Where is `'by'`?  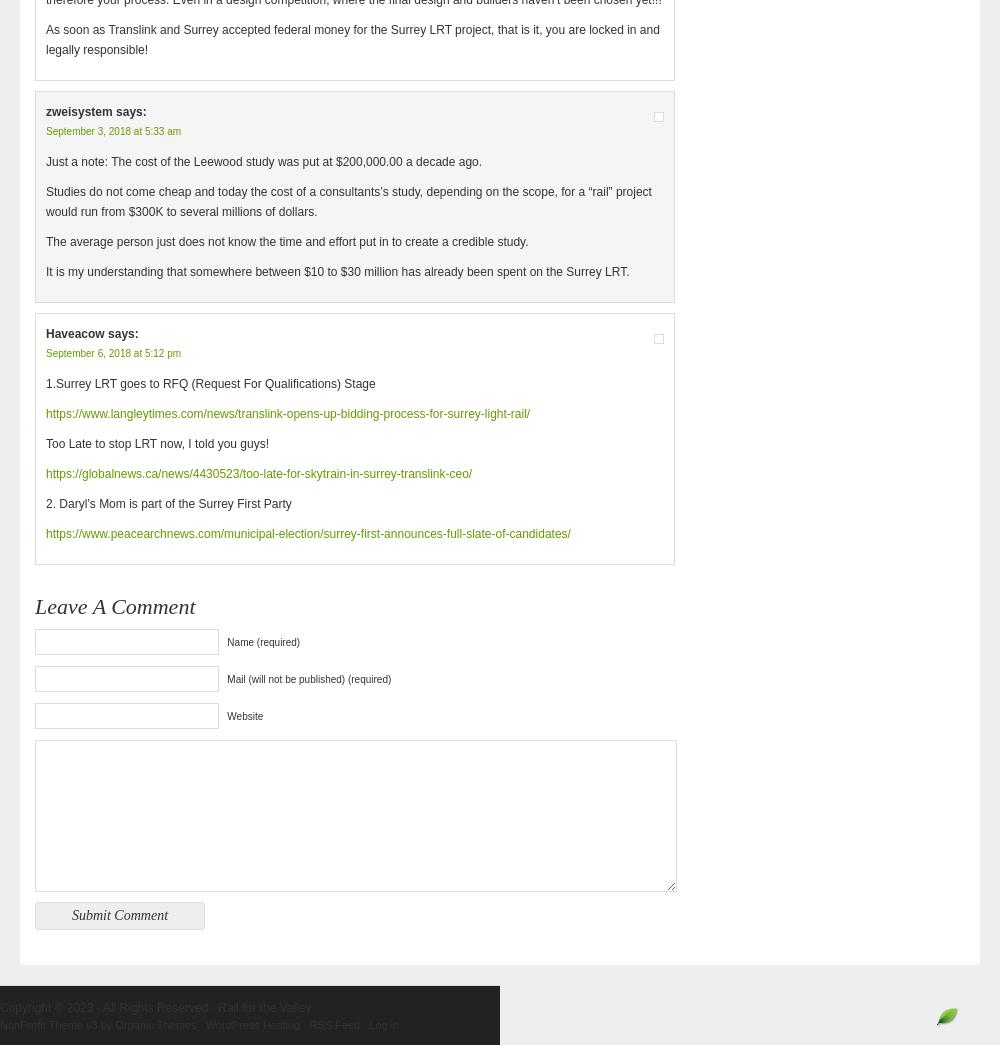
'by' is located at coordinates (96, 1025).